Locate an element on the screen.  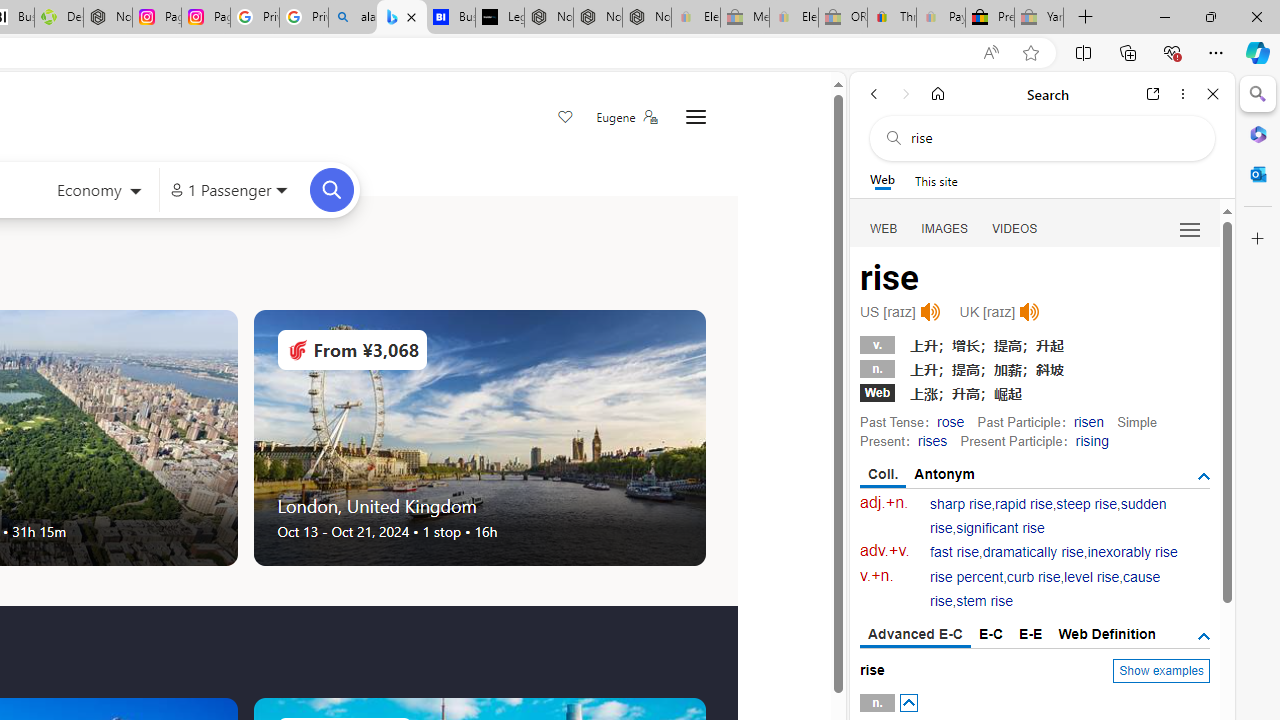
'risen' is located at coordinates (1087, 420).